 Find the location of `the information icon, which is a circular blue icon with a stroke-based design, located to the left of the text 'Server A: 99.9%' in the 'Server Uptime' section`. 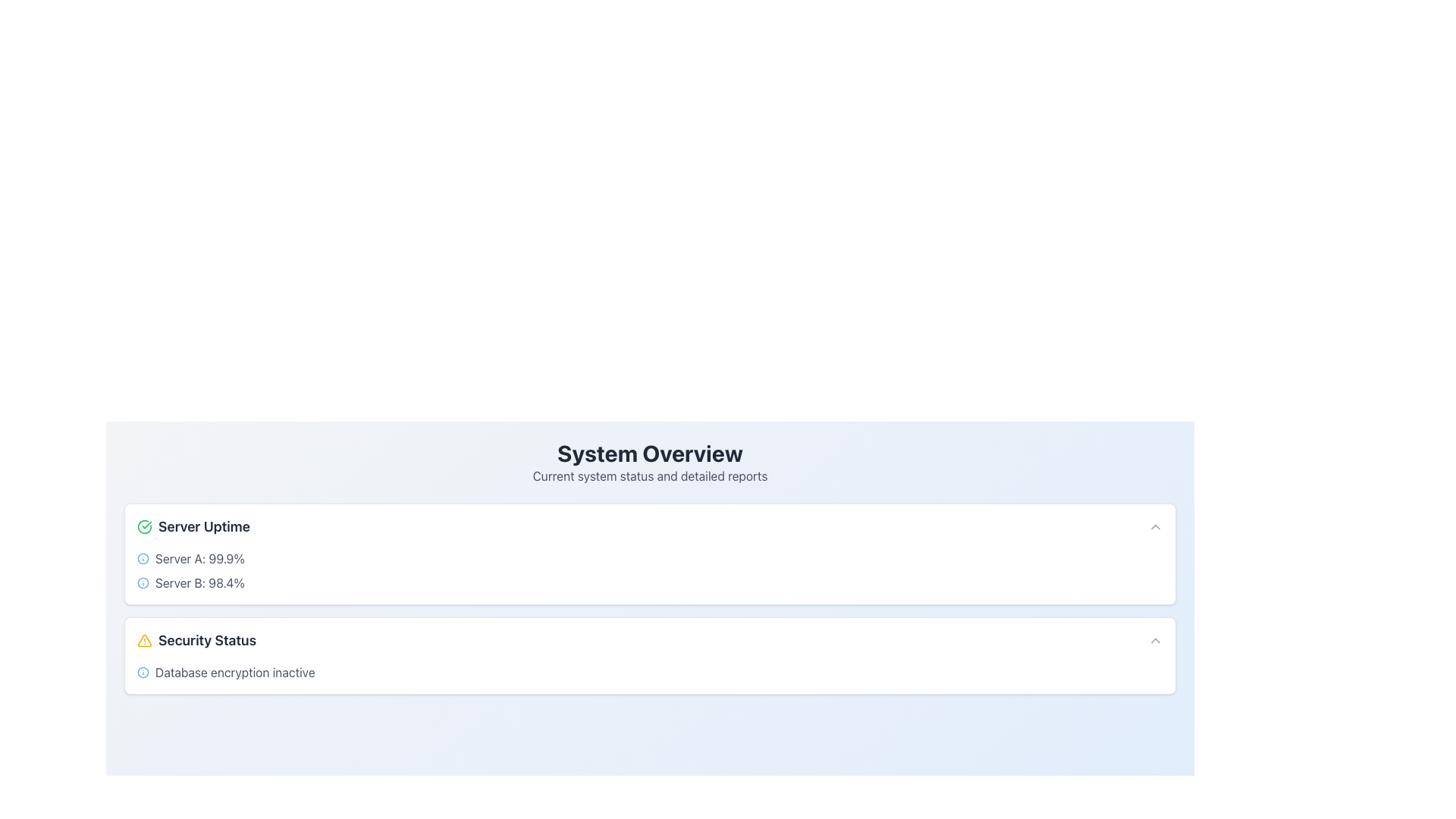

the information icon, which is a circular blue icon with a stroke-based design, located to the left of the text 'Server A: 99.9%' in the 'Server Uptime' section is located at coordinates (143, 558).